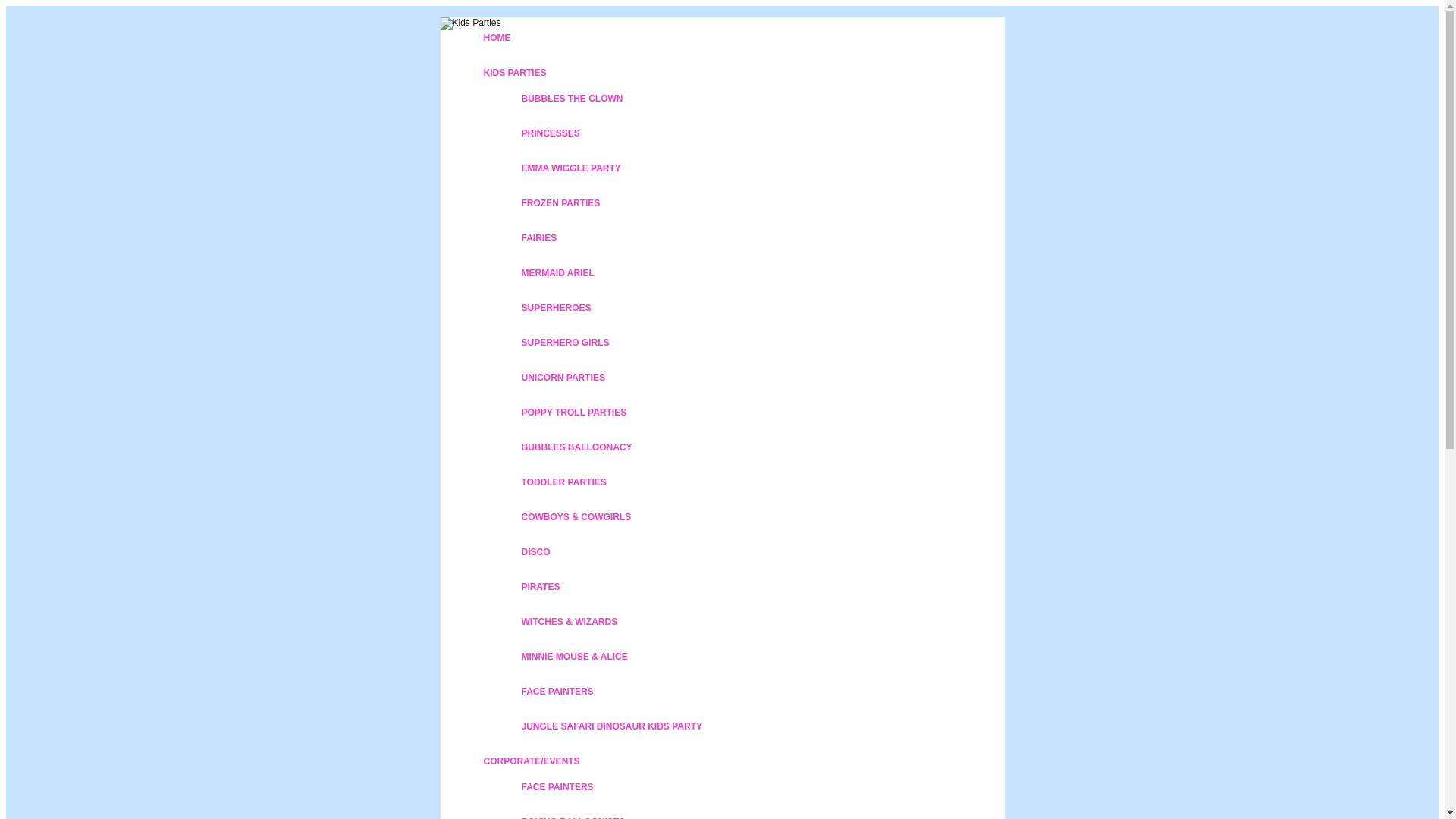 Image resolution: width=1456 pixels, height=819 pixels. Describe the element at coordinates (573, 656) in the screenshot. I see `'MINNIE MOUSE & ALICE'` at that location.